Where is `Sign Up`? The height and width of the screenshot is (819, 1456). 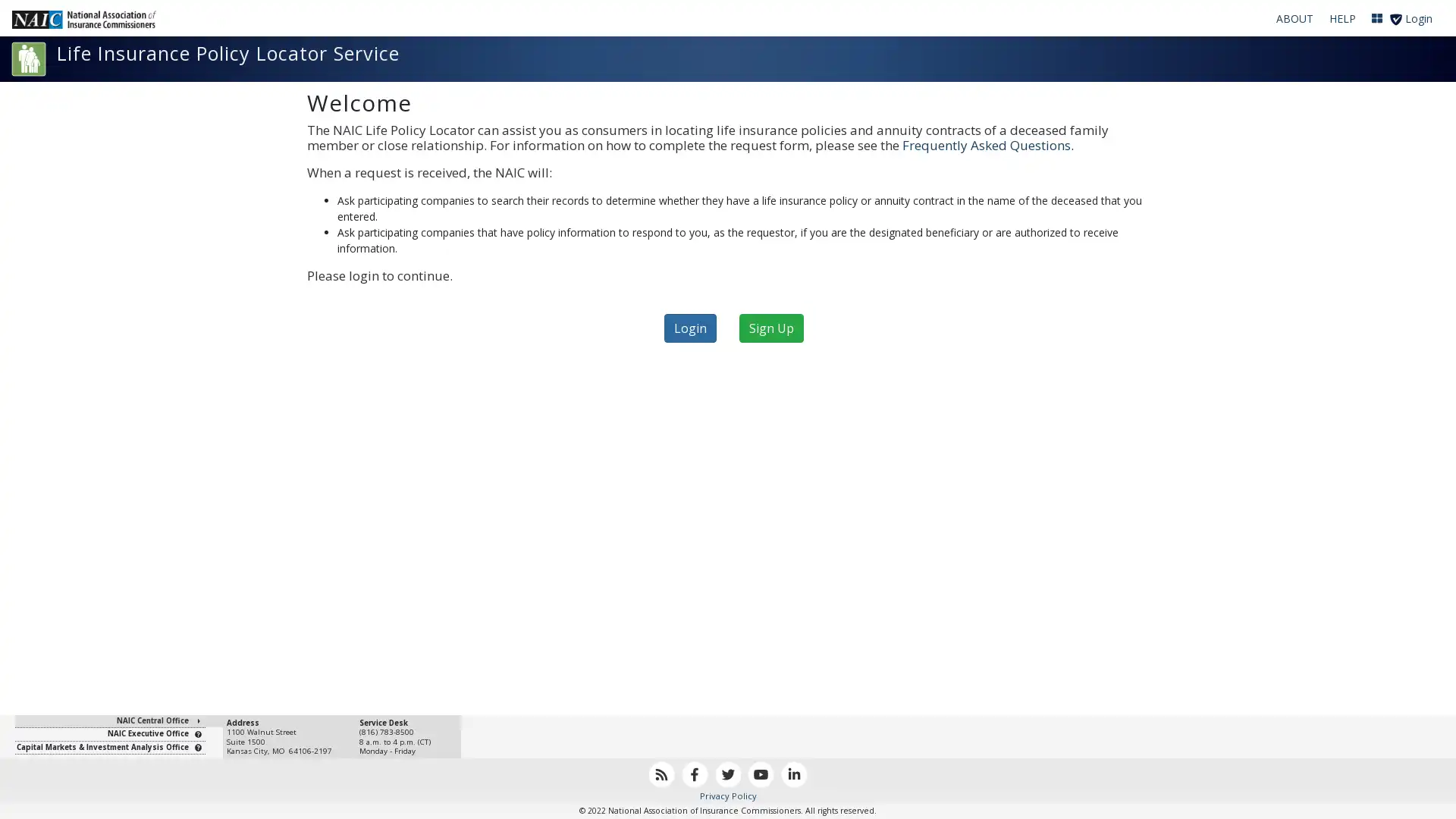
Sign Up is located at coordinates (771, 327).